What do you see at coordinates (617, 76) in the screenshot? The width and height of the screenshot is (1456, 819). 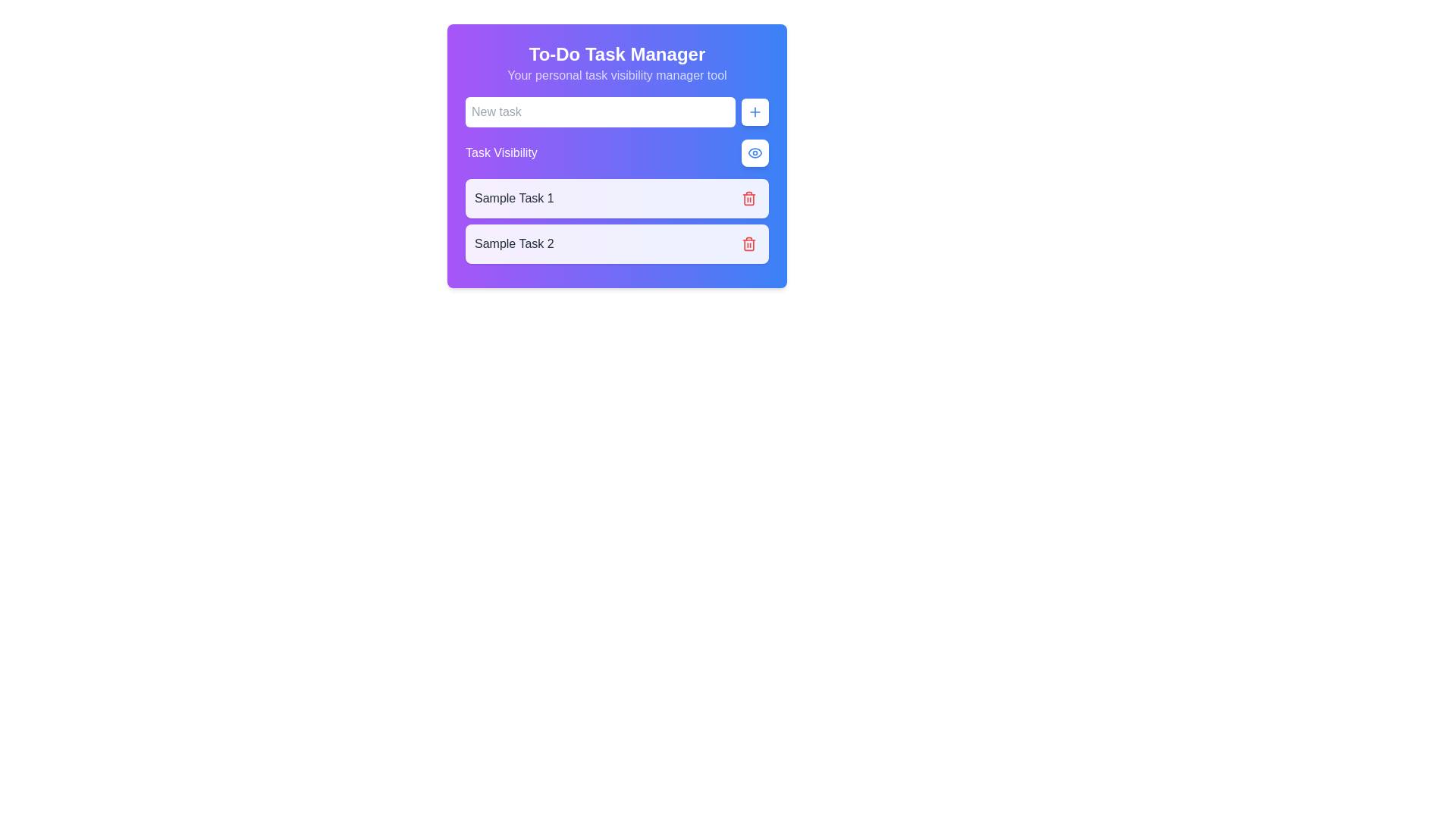 I see `the descriptive subtitle text label located below the title 'To-Do Task Manager' in the upper section of the main panel` at bounding box center [617, 76].